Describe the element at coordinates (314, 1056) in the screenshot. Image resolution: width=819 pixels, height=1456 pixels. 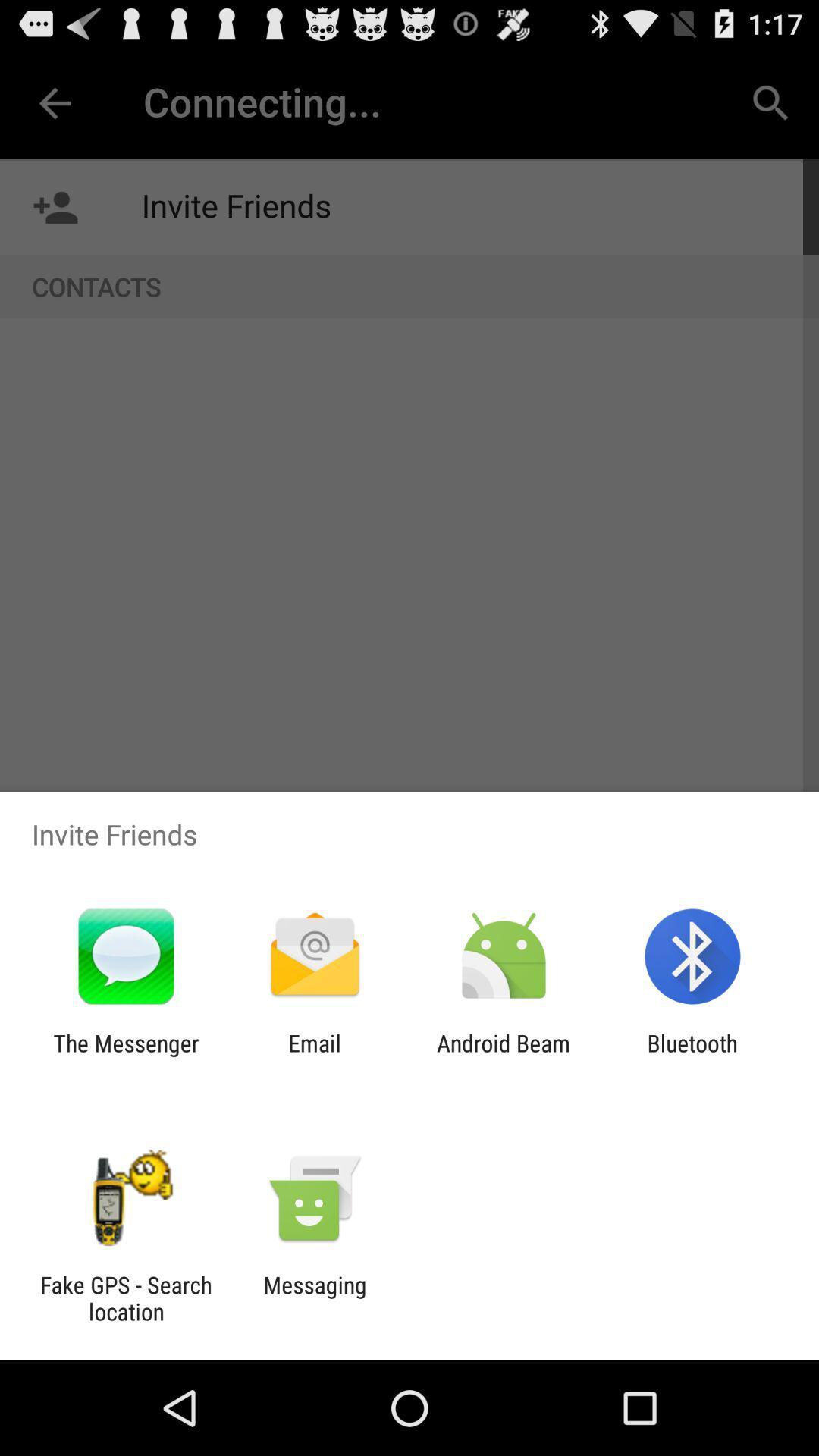
I see `the email icon` at that location.